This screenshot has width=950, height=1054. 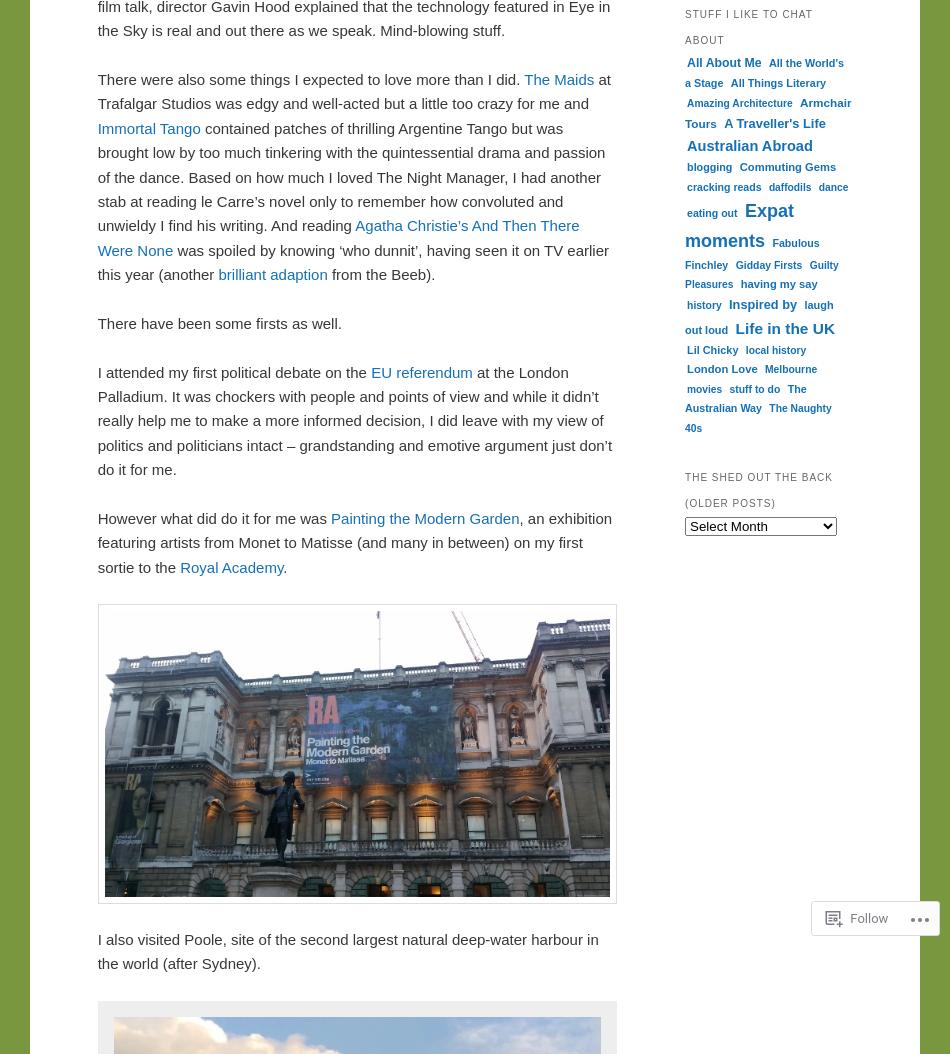 I want to click on 'eating out', so click(x=712, y=213).